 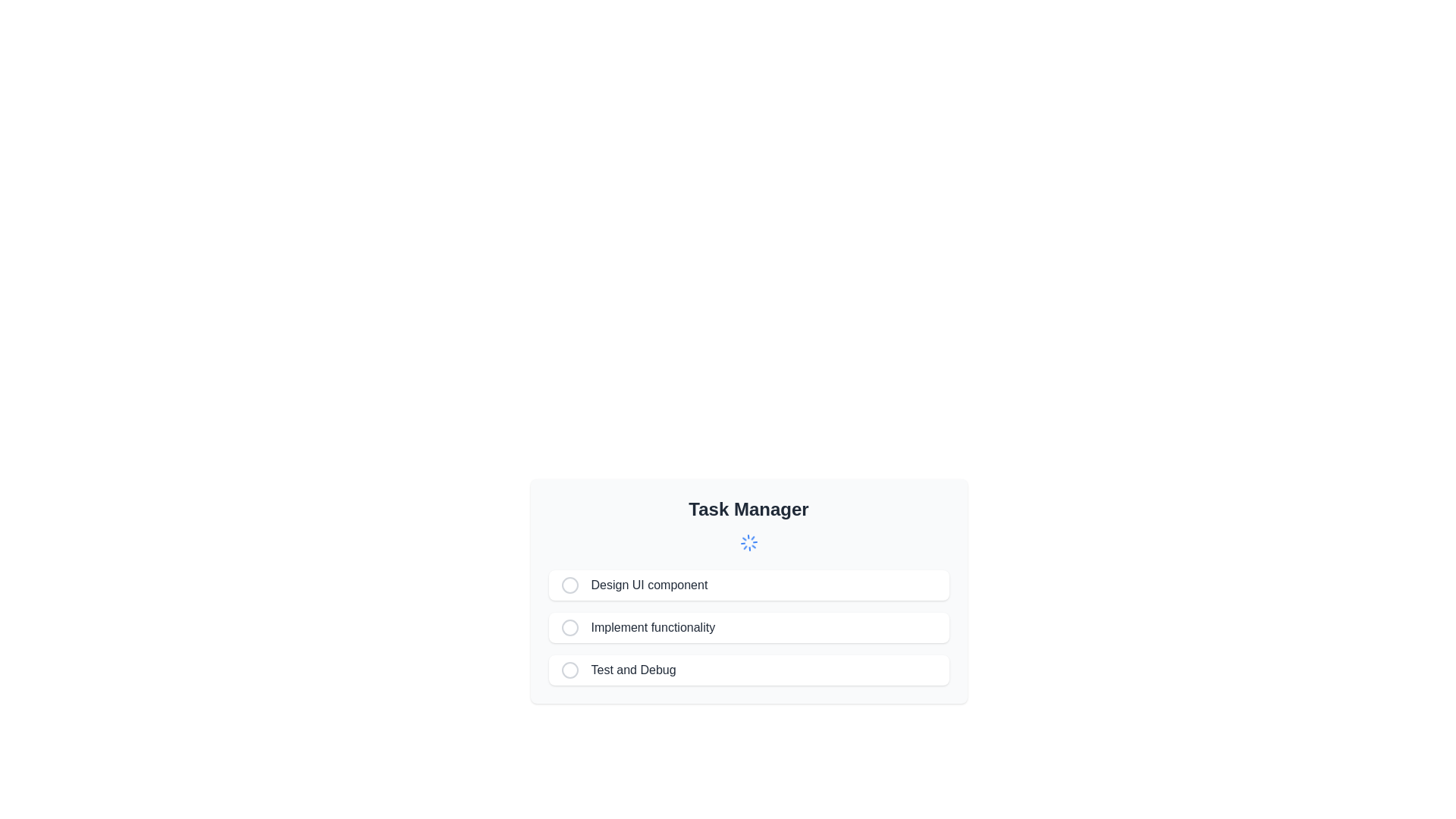 What do you see at coordinates (569, 628) in the screenshot?
I see `the circular area of the unchecked checkbox` at bounding box center [569, 628].